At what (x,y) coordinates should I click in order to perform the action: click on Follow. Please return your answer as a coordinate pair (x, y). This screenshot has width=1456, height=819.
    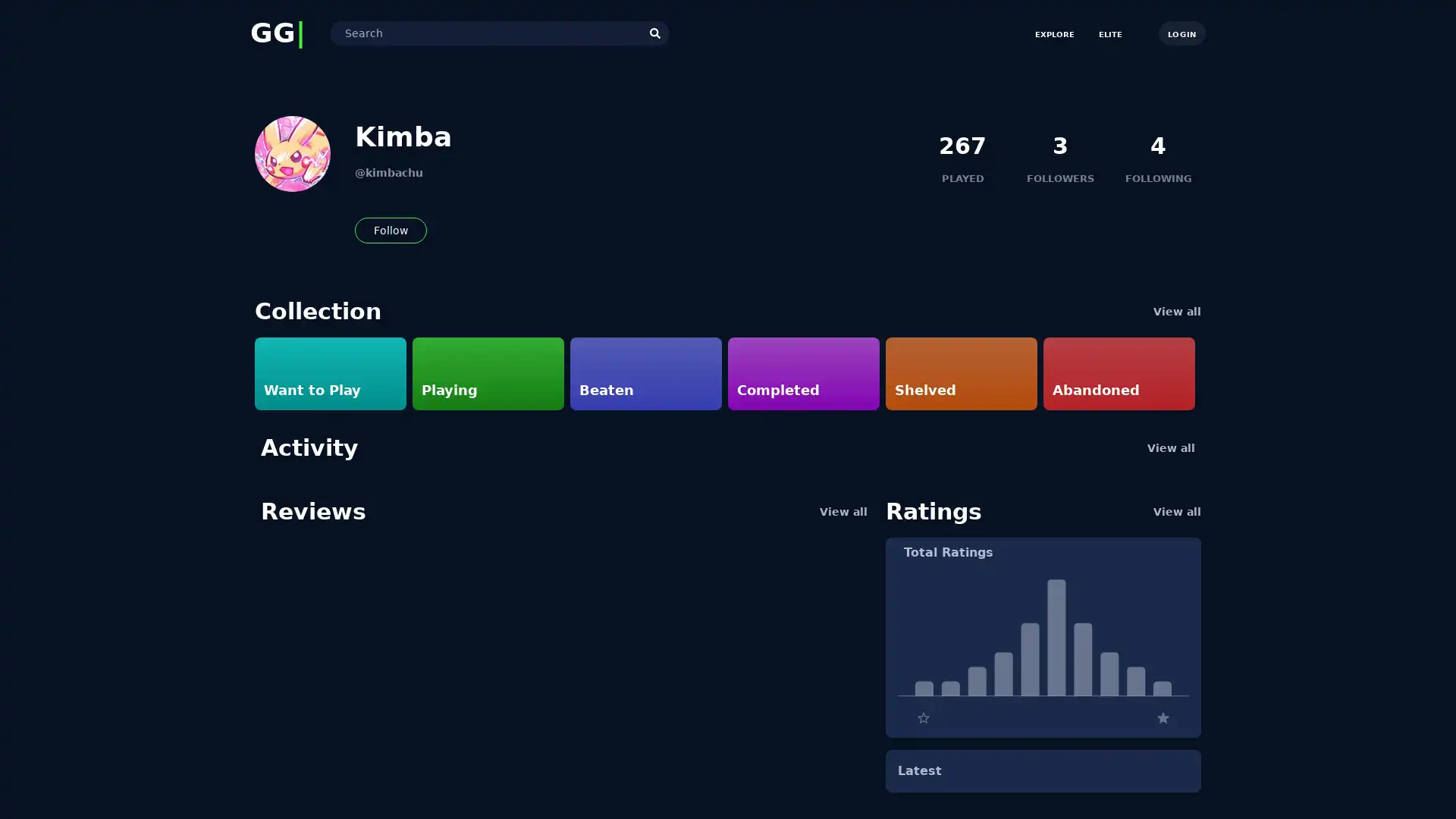
    Looking at the image, I should click on (391, 231).